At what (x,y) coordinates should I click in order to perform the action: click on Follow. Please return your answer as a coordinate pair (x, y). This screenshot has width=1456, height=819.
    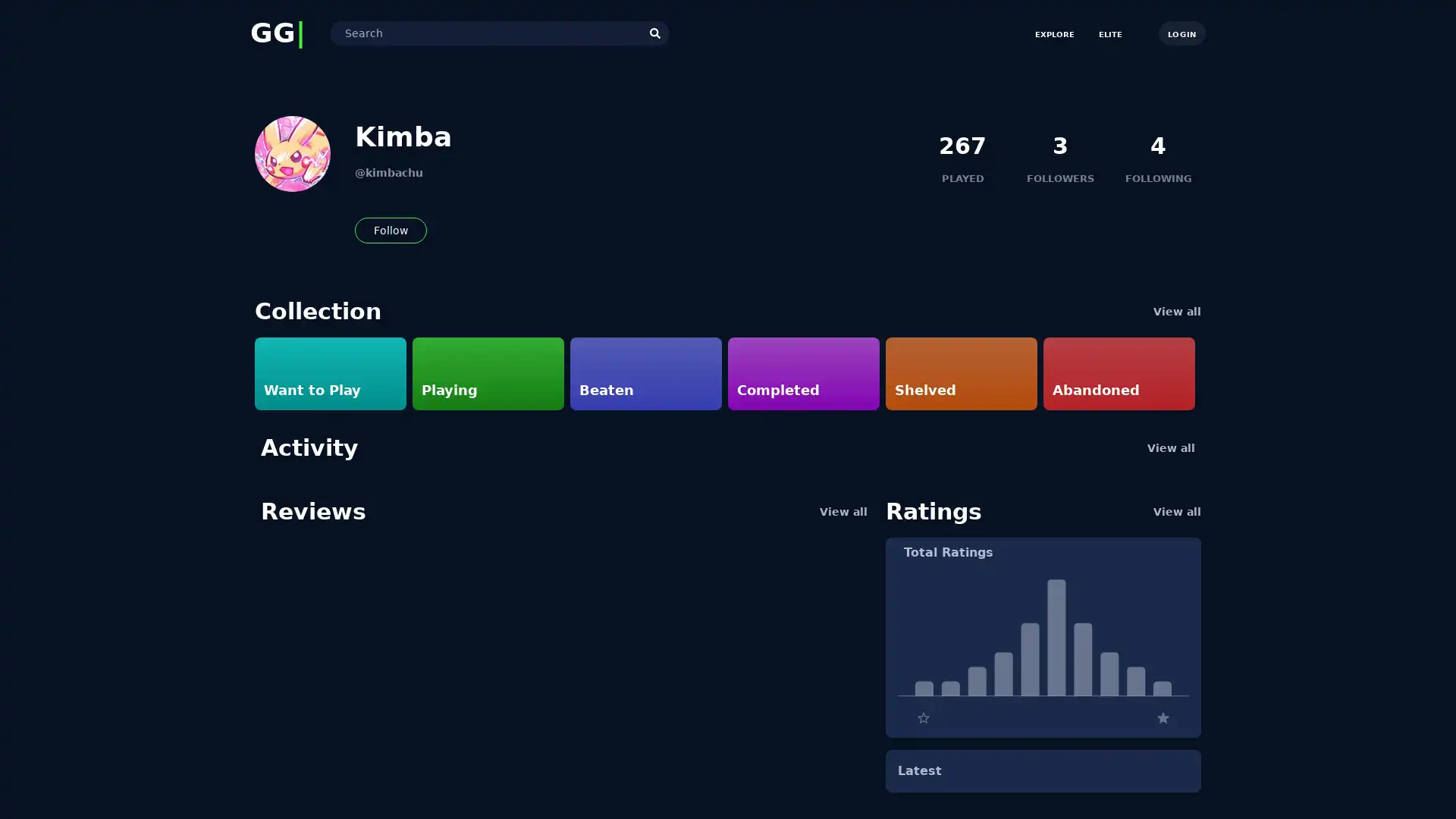
    Looking at the image, I should click on (391, 231).